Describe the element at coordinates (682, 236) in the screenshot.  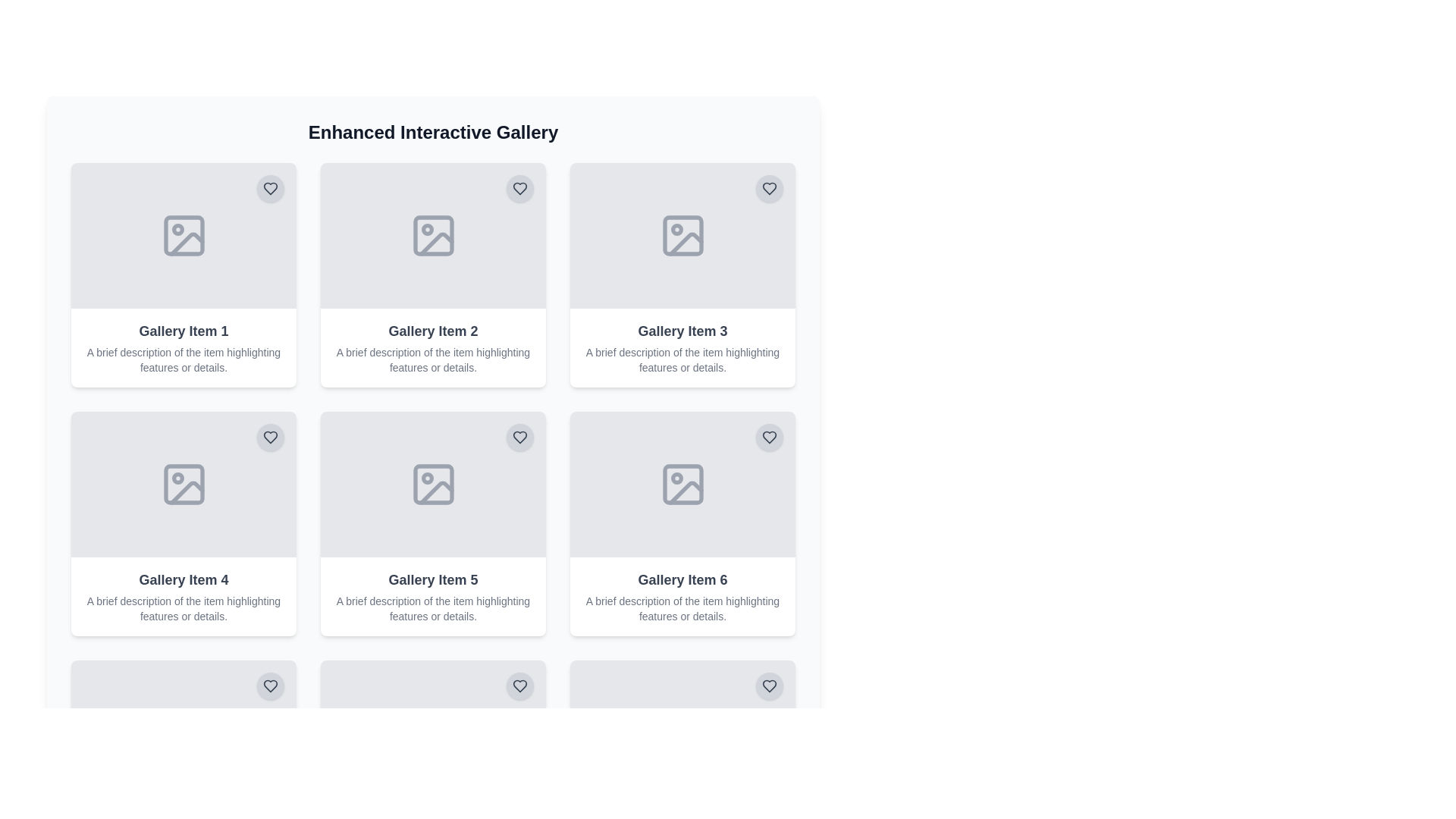
I see `the Decorative outline component that represents the border of an image placeholder in the third gallery item of the first row` at that location.